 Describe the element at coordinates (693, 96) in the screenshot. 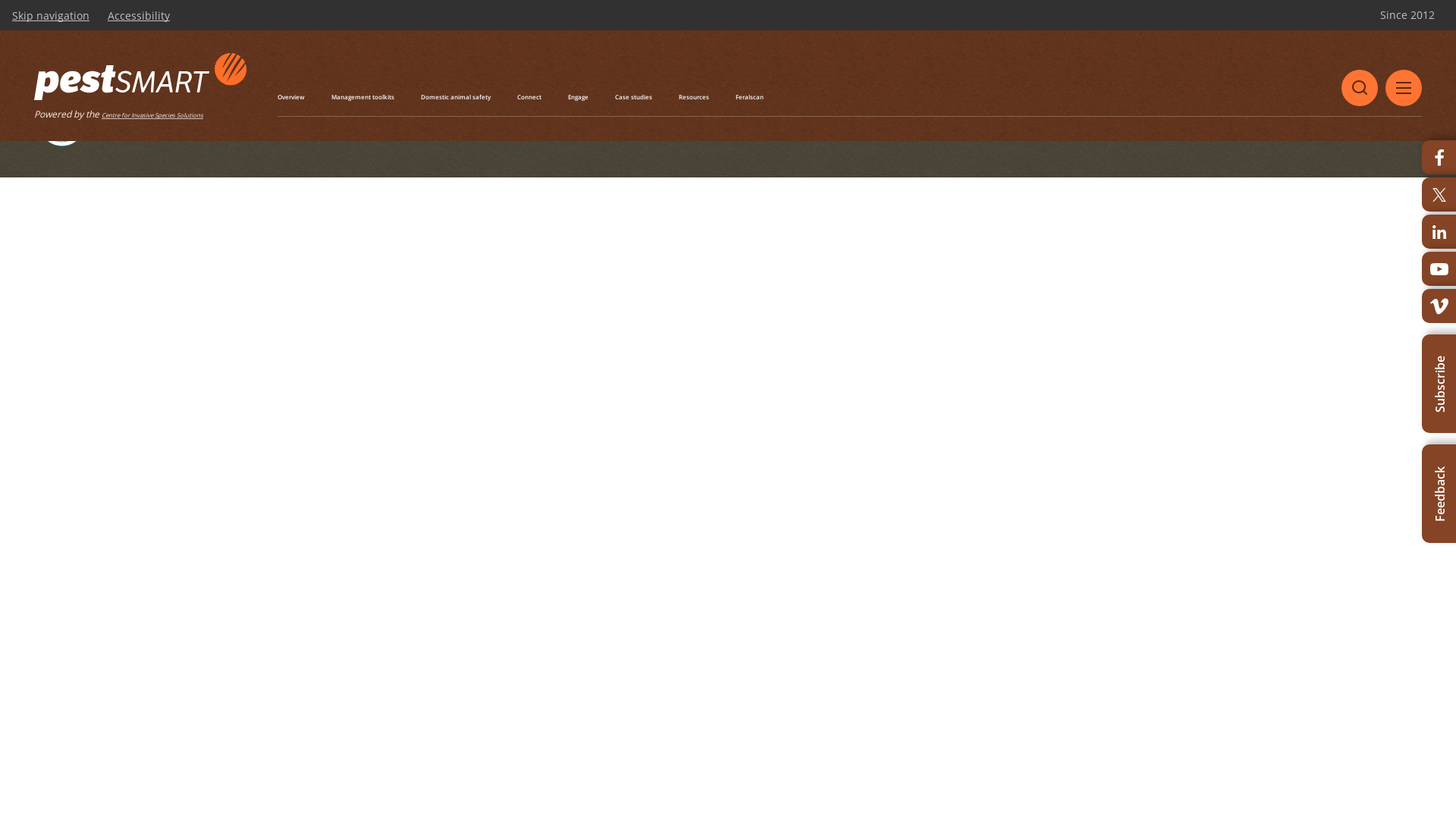

I see `'Resources'` at that location.